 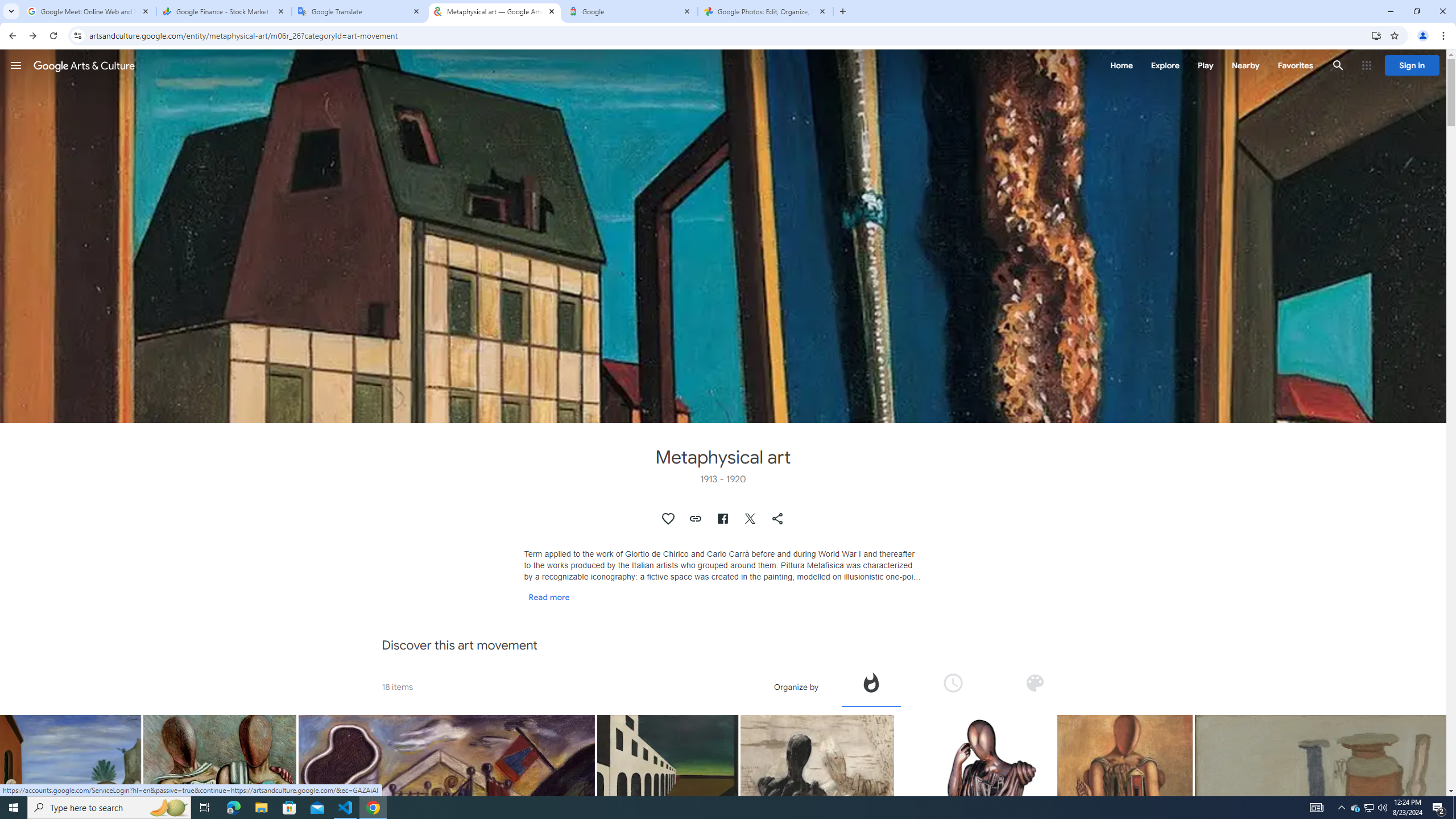 What do you see at coordinates (777, 518) in the screenshot?
I see `'Share "Metaphysical art"'` at bounding box center [777, 518].